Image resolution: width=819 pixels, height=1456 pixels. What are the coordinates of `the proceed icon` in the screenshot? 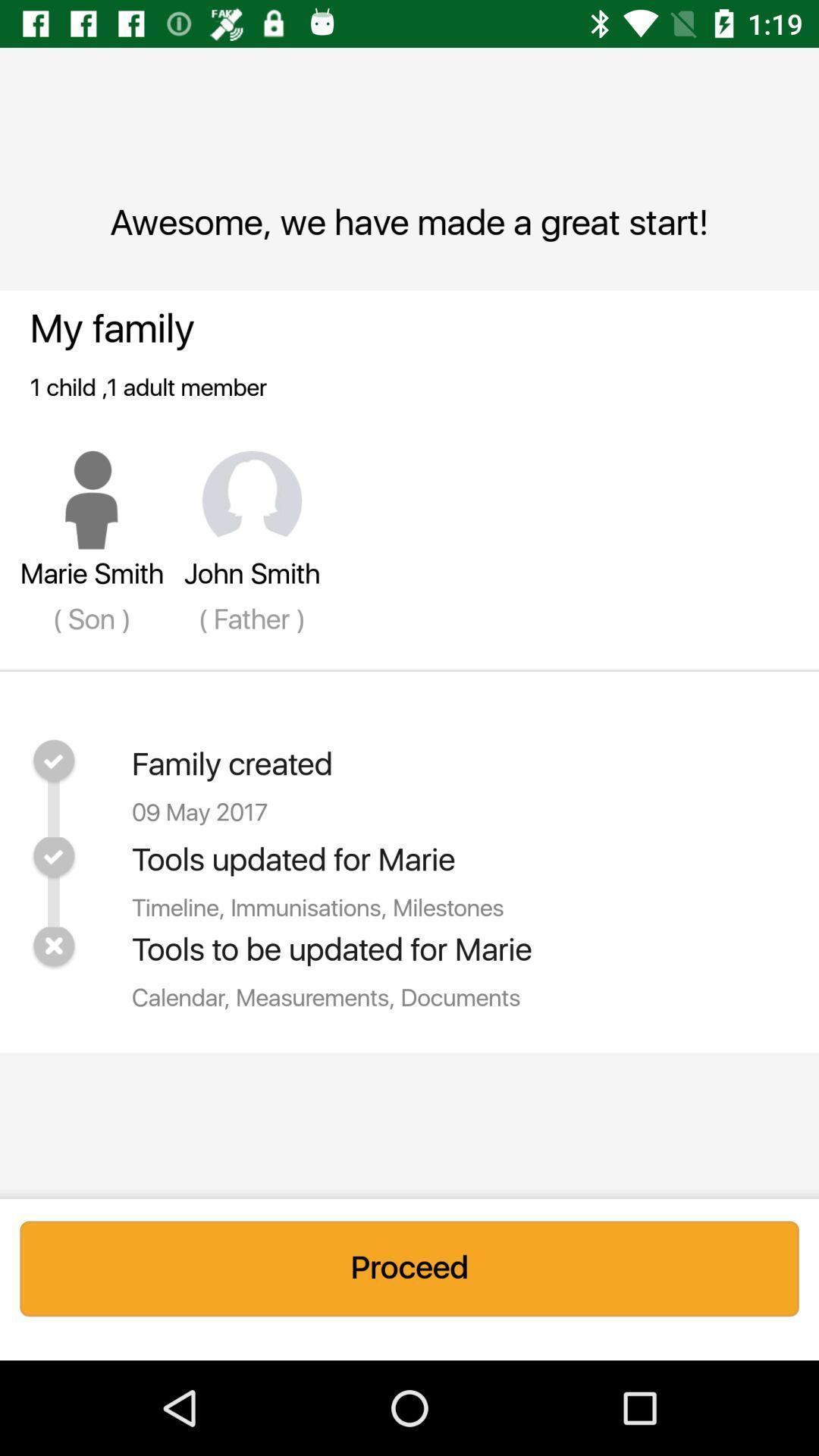 It's located at (409, 1269).